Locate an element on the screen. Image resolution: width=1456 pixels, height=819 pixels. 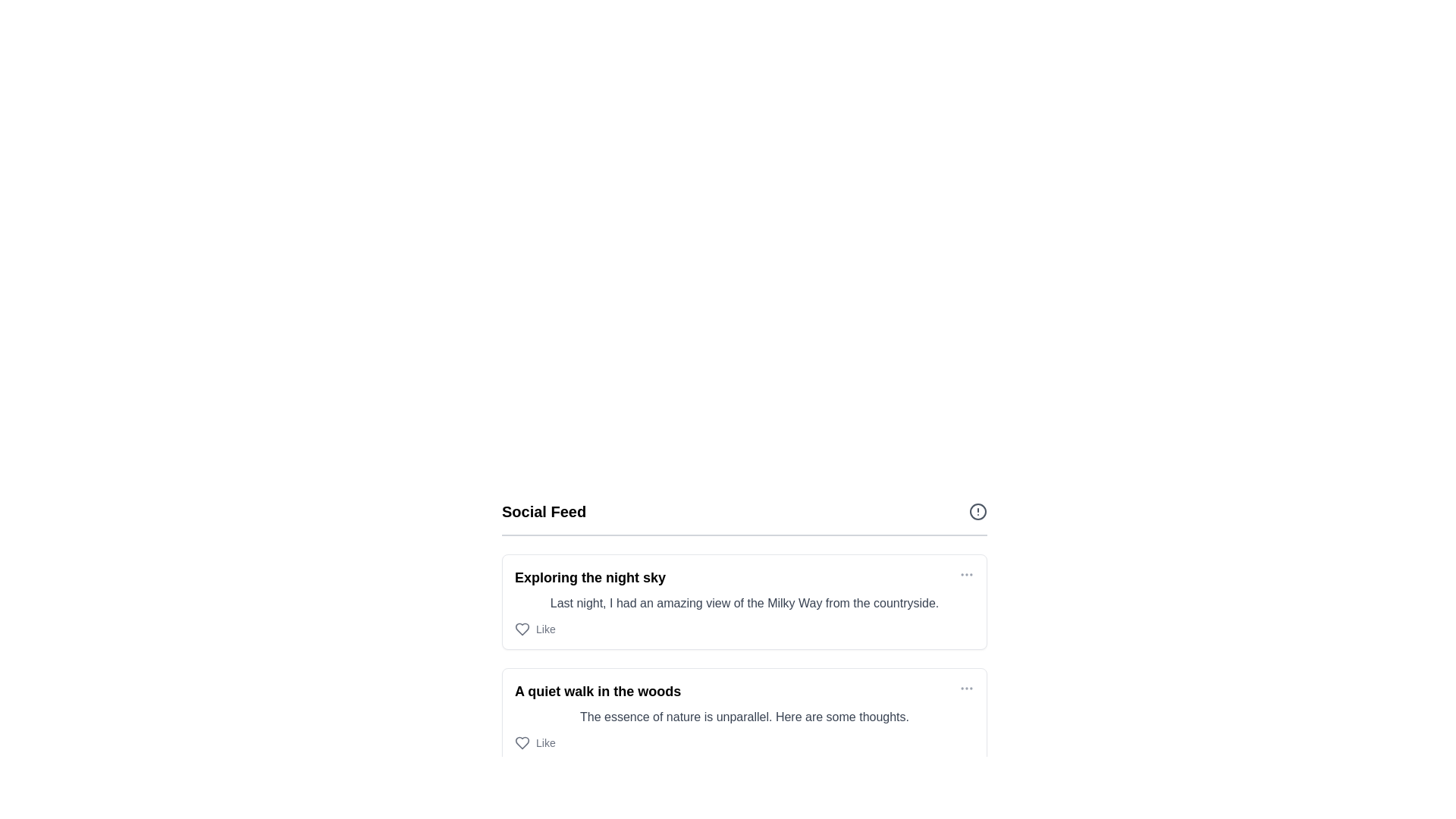
the three-dot vertical ellipsis icon located in the top-right corner of the section titled 'Exploring the night sky' is located at coordinates (966, 575).